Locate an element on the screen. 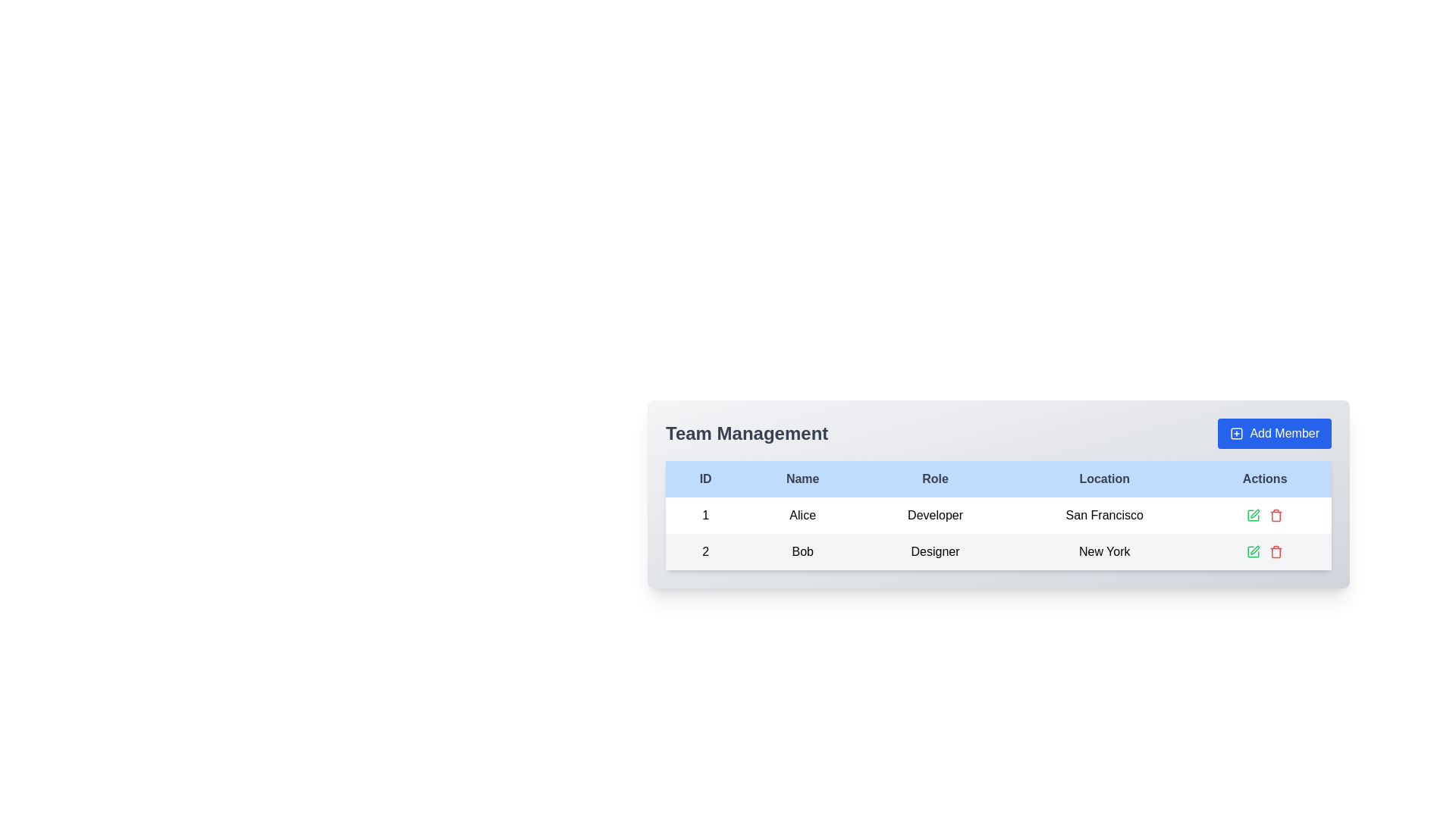 The width and height of the screenshot is (1456, 819). the trash icon element in the 'Actions' column of the second row in the table within the 'Team Management' section is located at coordinates (1276, 553).